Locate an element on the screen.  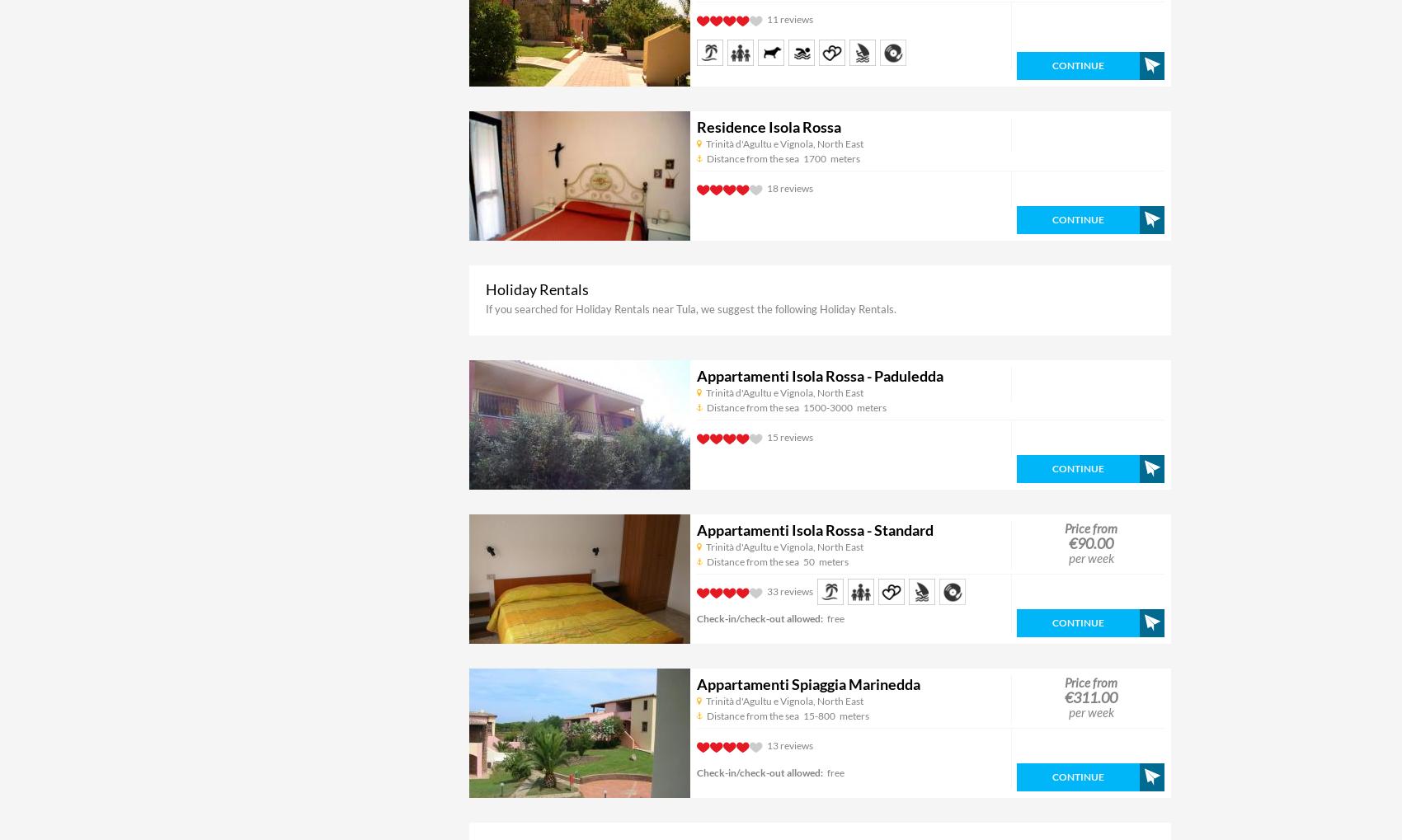
'Holiday Rentals' is located at coordinates (537, 289).